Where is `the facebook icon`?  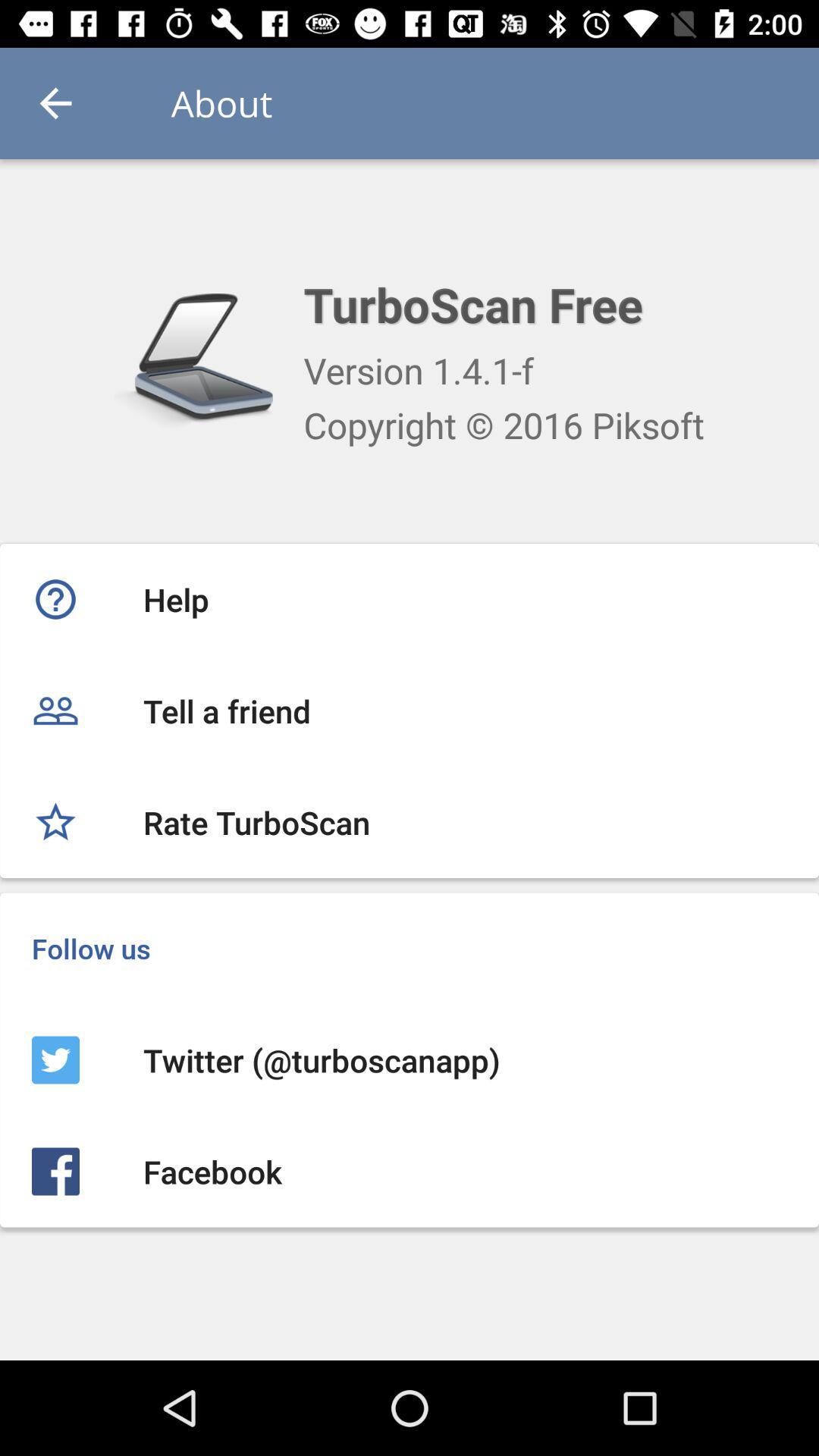 the facebook icon is located at coordinates (409, 1171).